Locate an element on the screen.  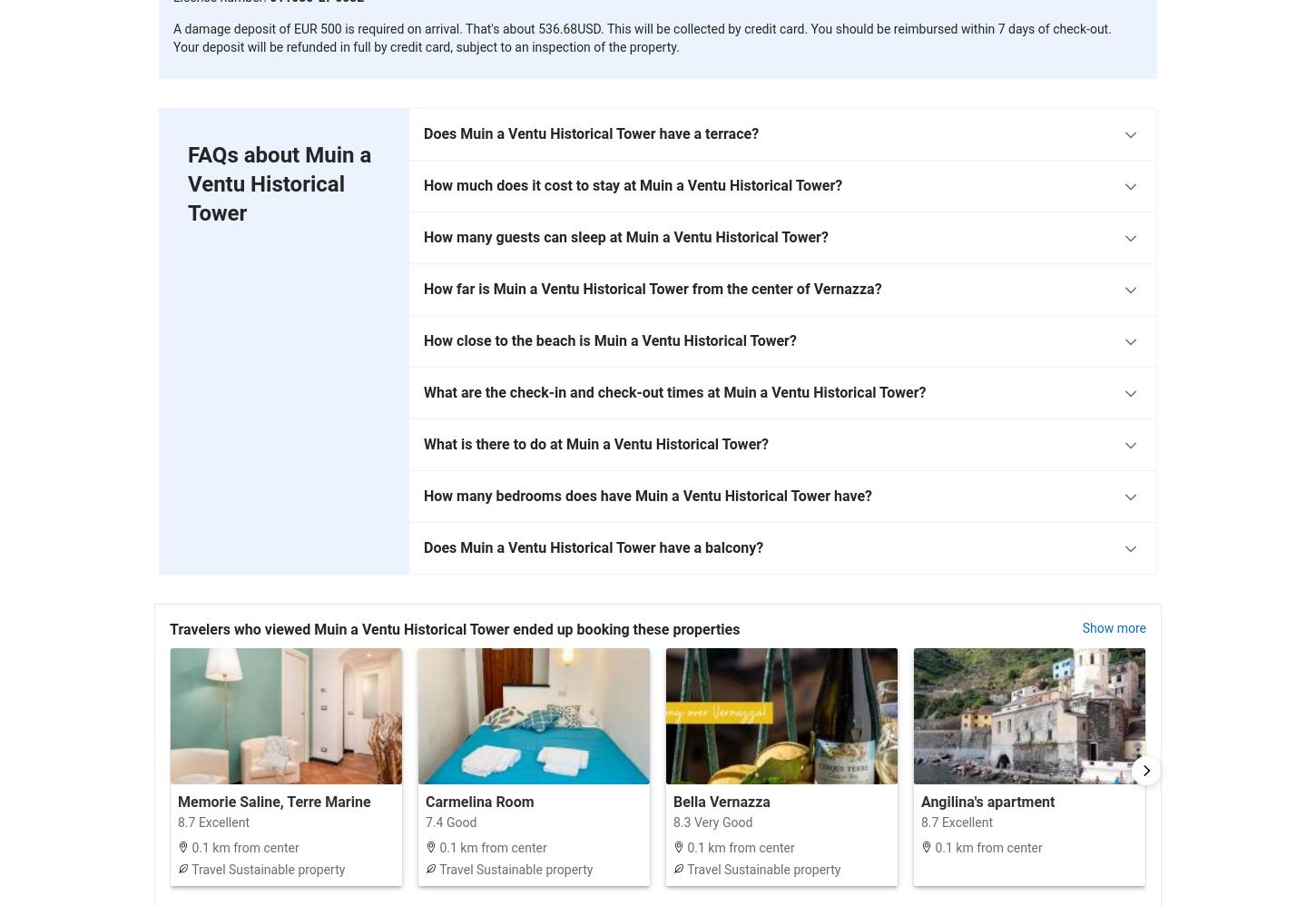
'How many guests can sleep at Muin a Ventu Historical Tower?' is located at coordinates (423, 235).